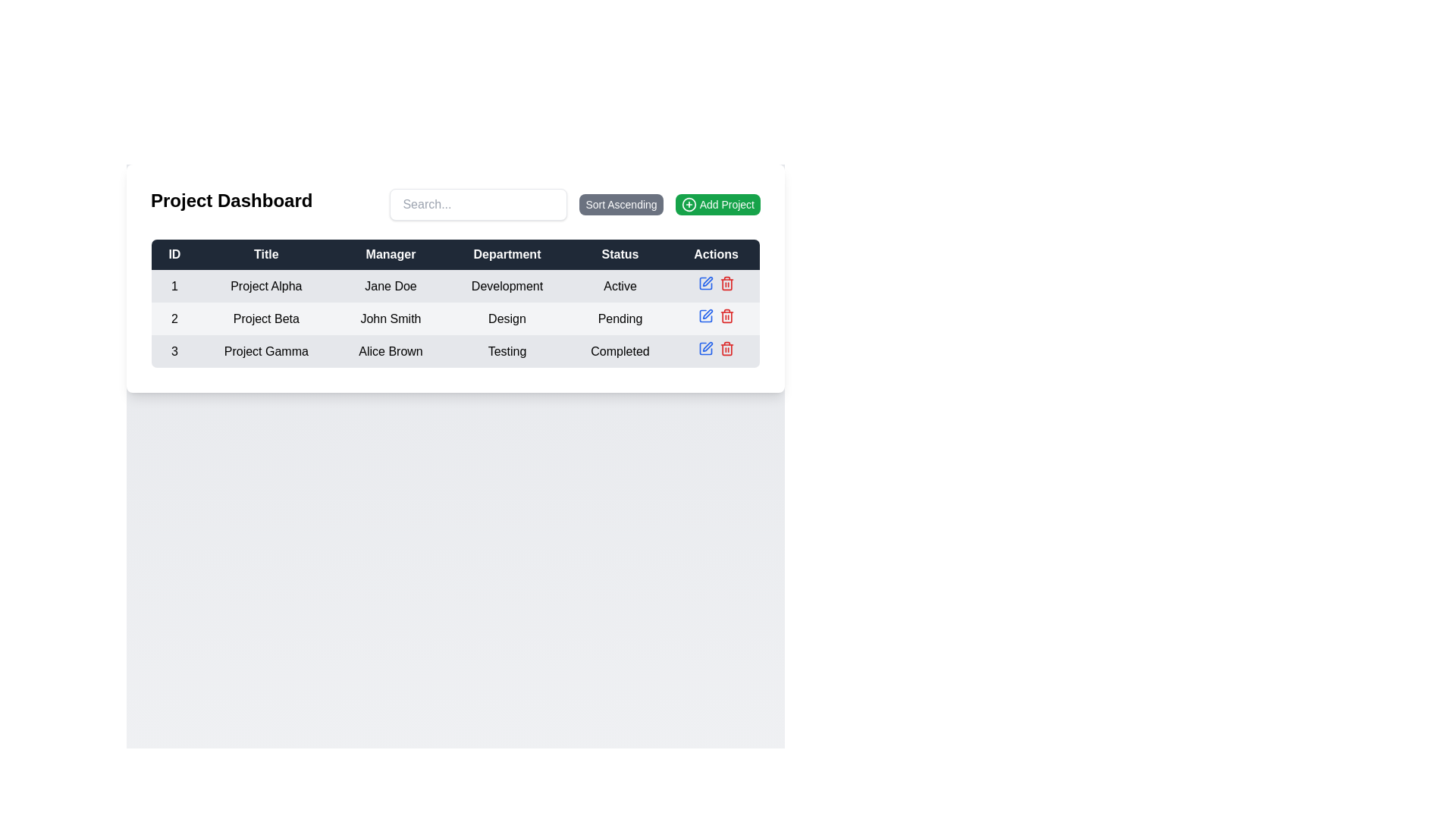 The height and width of the screenshot is (819, 1456). Describe the element at coordinates (391, 253) in the screenshot. I see `the header label for the 'Manager' column in the table, which is located in the third column between 'Title' and 'Department'` at that location.